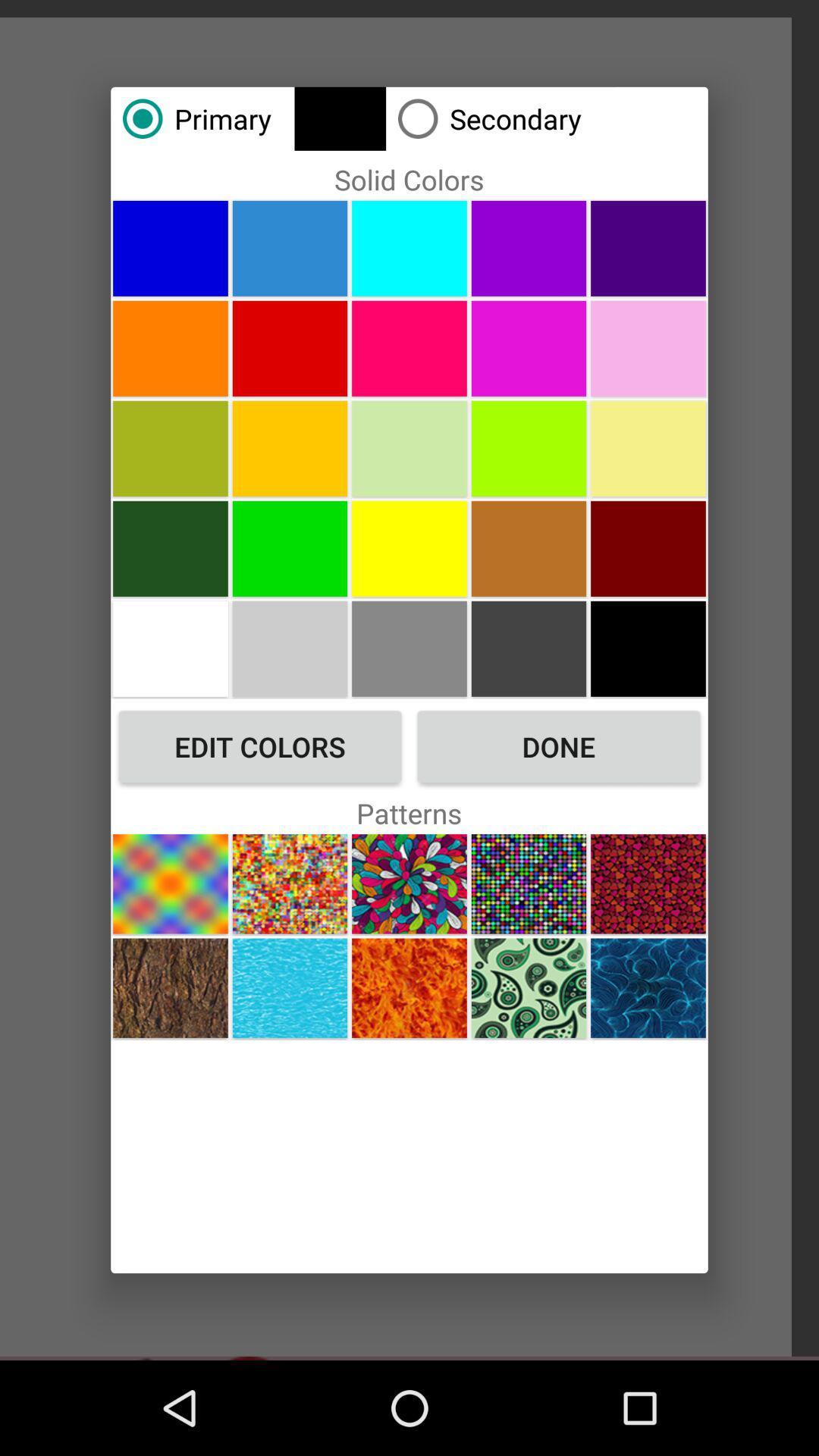  I want to click on choose solid color, so click(409, 248).